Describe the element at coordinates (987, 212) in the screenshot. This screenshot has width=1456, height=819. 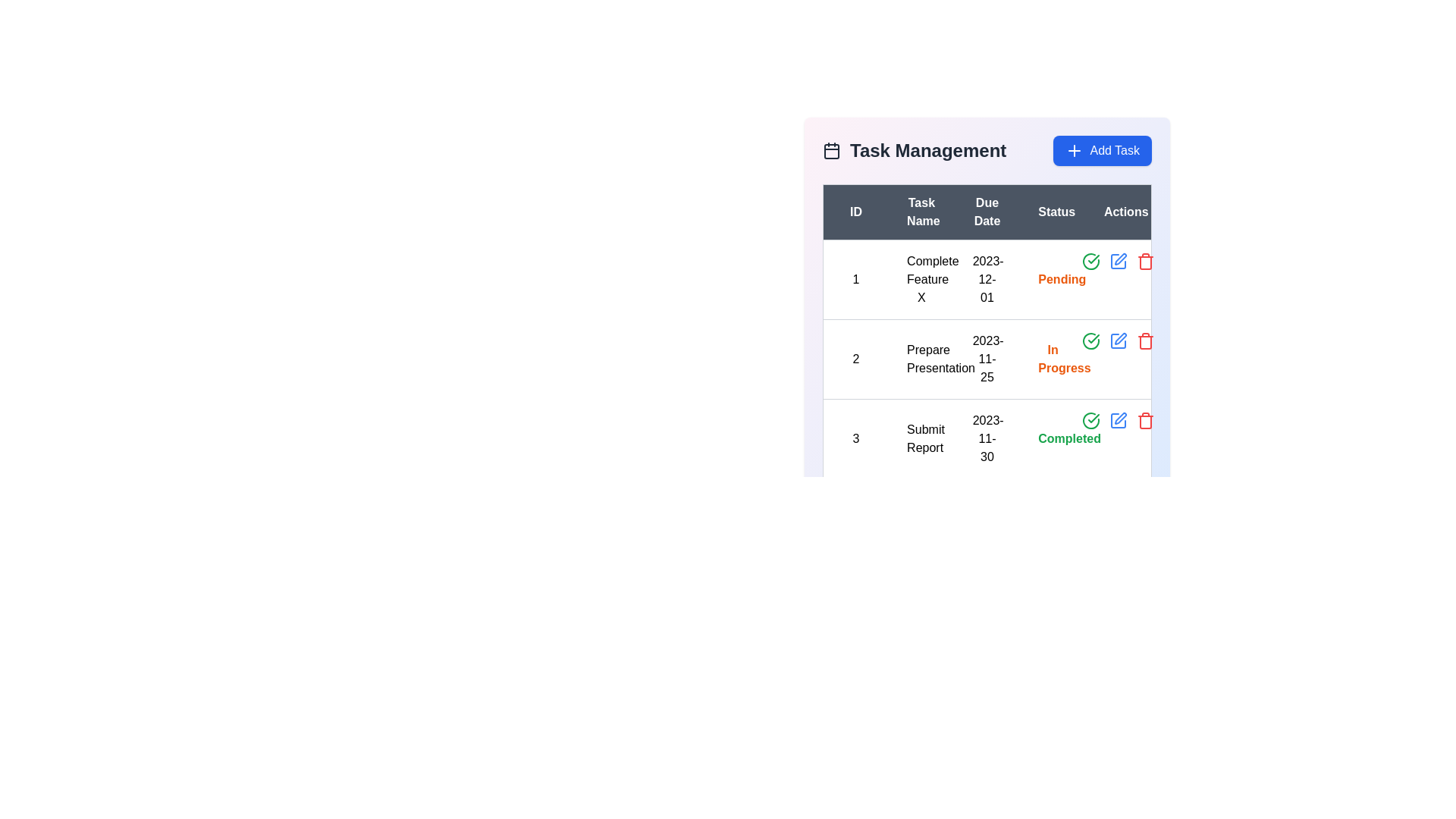
I see `the table header row that provides labels for the task management table, located above the task rows in the main content area` at that location.